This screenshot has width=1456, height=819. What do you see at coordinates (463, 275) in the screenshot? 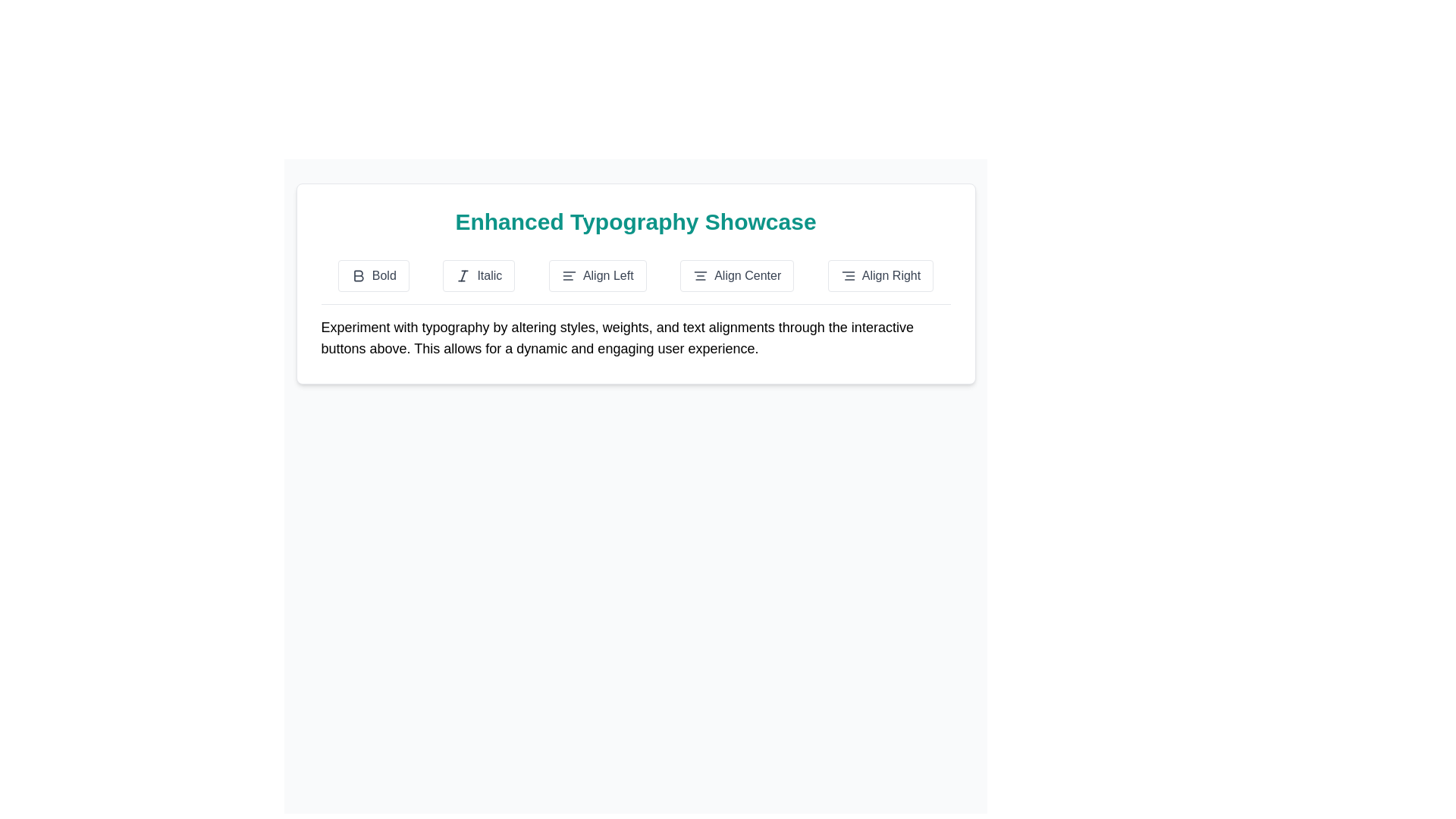
I see `central decorative line of the italic-style SVG icon located within the second button labeled 'Italic' under 'Enhanced Typography Showcase'` at bounding box center [463, 275].